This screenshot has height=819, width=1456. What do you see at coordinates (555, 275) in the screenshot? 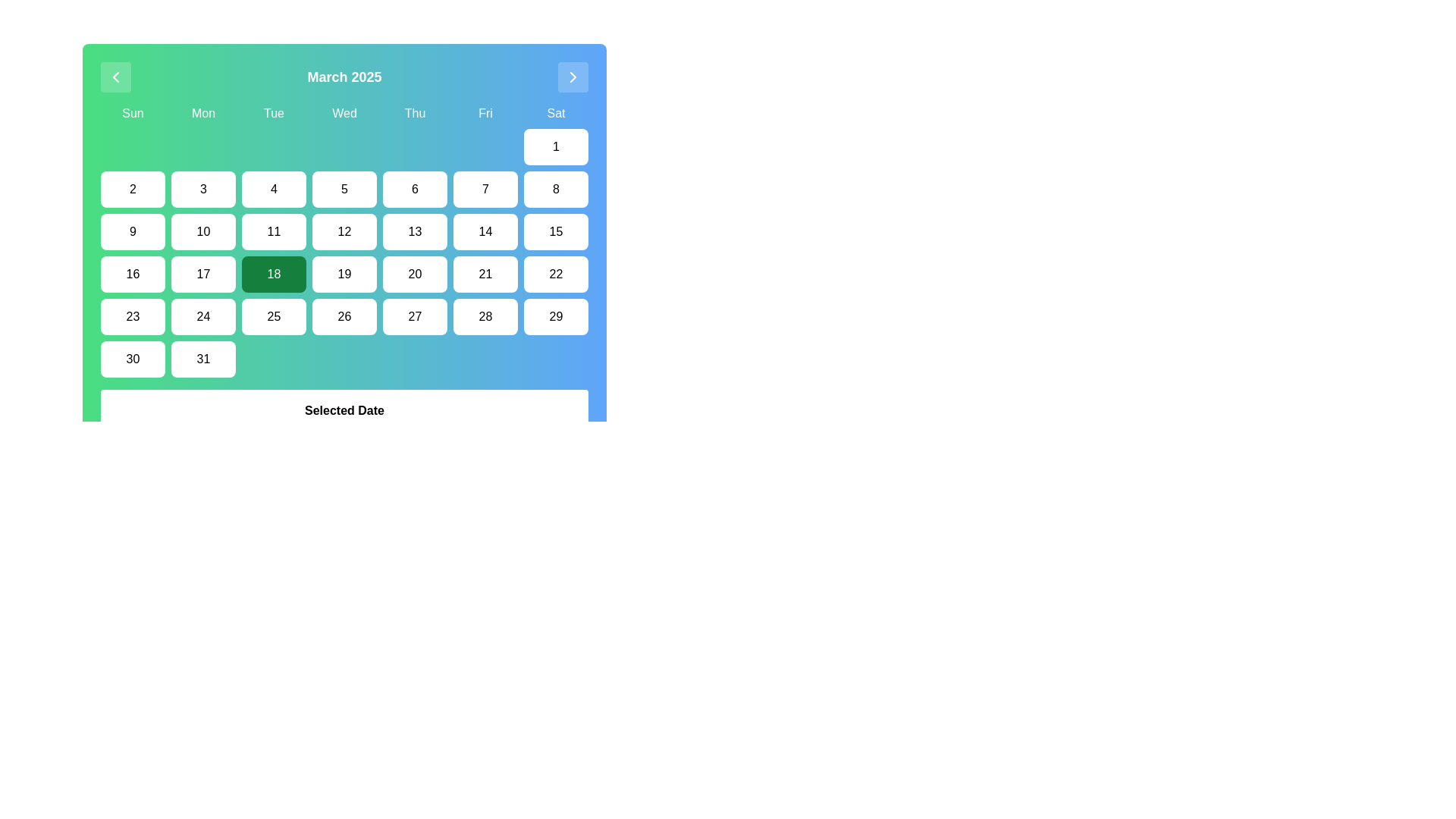
I see `the button labeled '22' in the calendar interface` at bounding box center [555, 275].